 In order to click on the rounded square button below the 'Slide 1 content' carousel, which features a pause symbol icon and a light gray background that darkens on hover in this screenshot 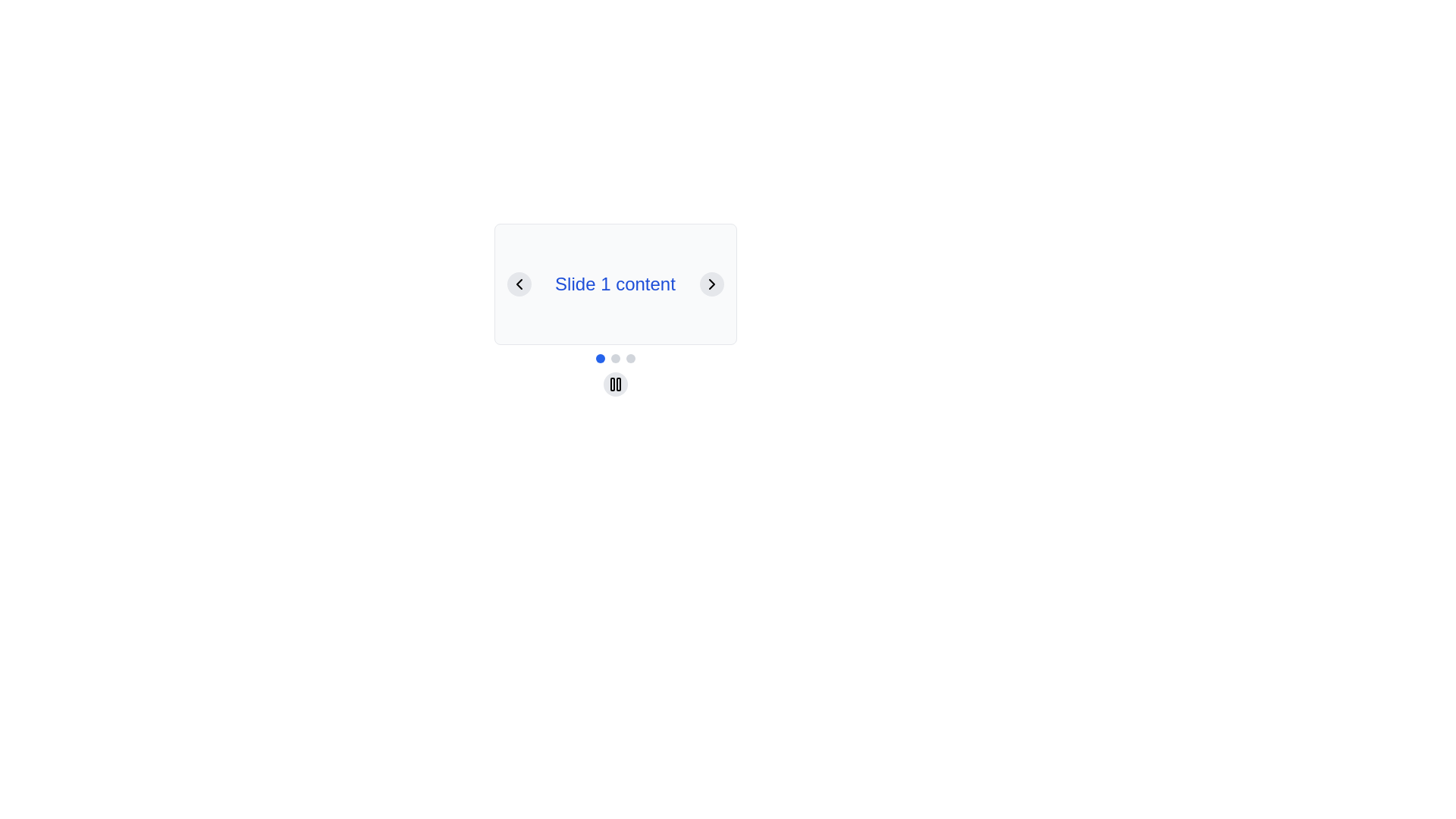, I will do `click(615, 384)`.